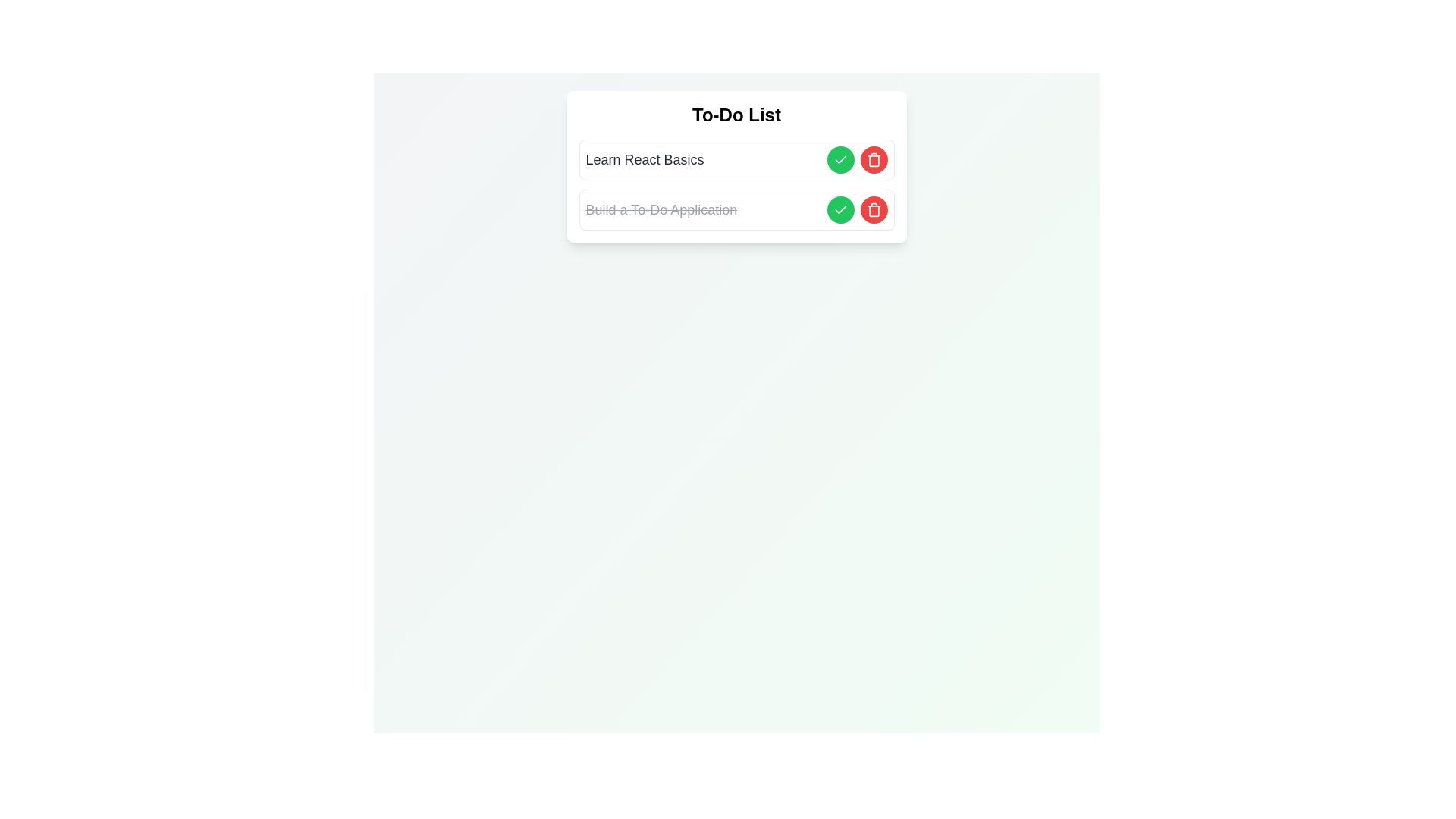 This screenshot has width=1456, height=819. Describe the element at coordinates (874, 210) in the screenshot. I see `the Trash bin icon button that has a red background and a white stroke trash icon` at that location.